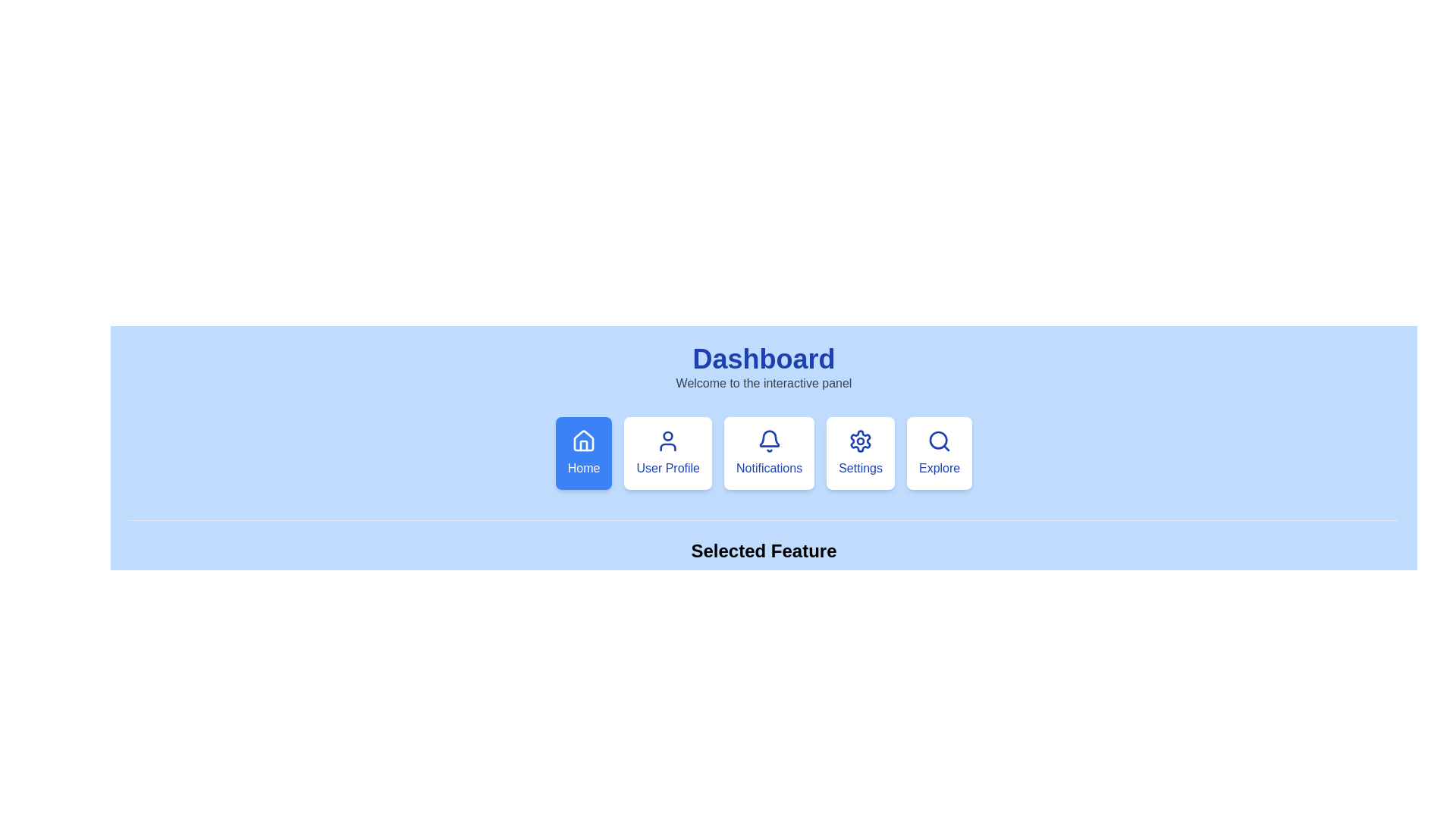 The height and width of the screenshot is (819, 1456). What do you see at coordinates (769, 467) in the screenshot?
I see `the text label that serves as the fourth item in a horizontal row of options, specifically positioned below the bell icon for the 'Notifications' menu to associate it with its icon` at bounding box center [769, 467].